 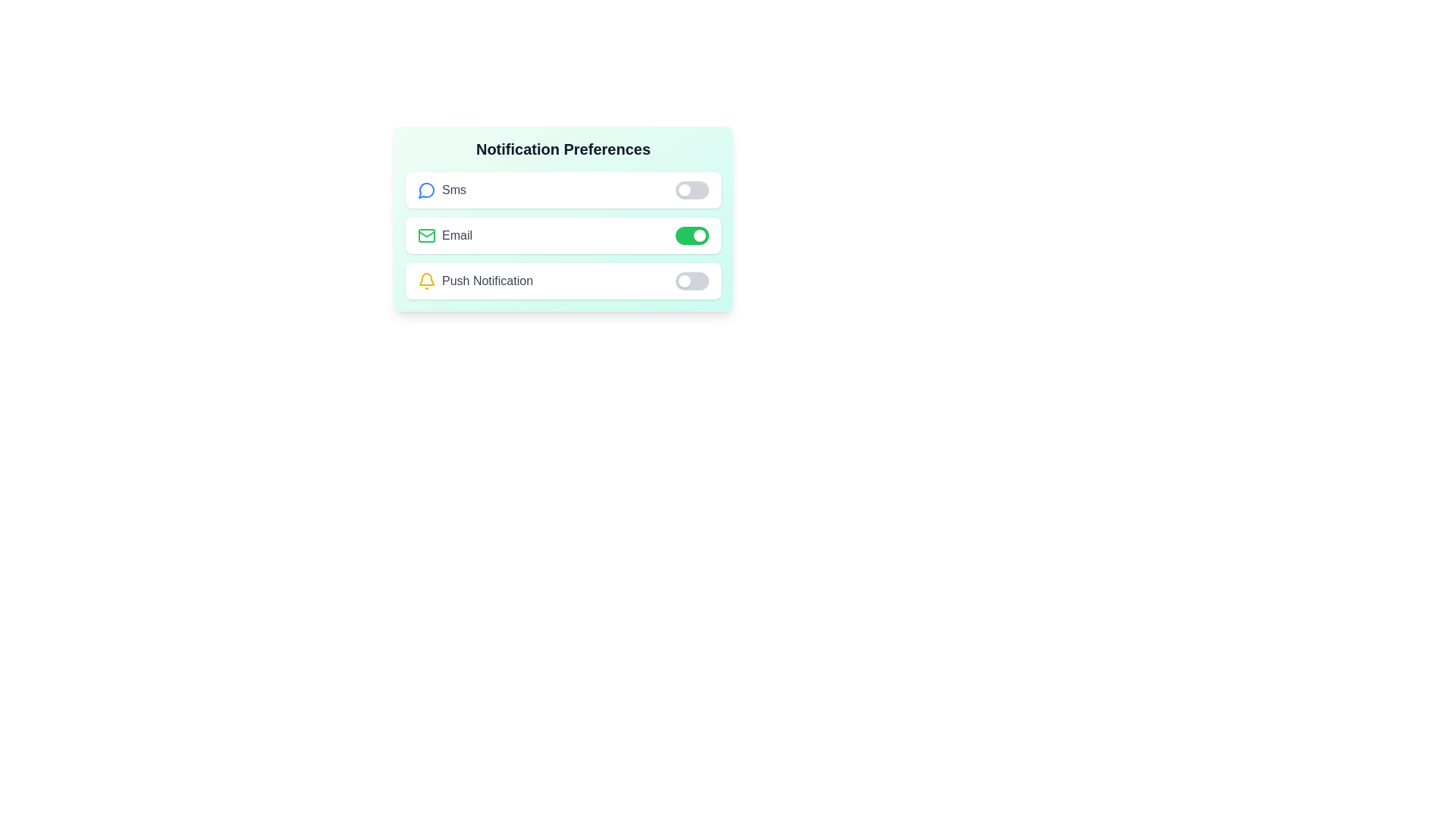 What do you see at coordinates (563, 236) in the screenshot?
I see `the toggle switch for enabling or disabling email notifications located in the Notification Preferences section` at bounding box center [563, 236].